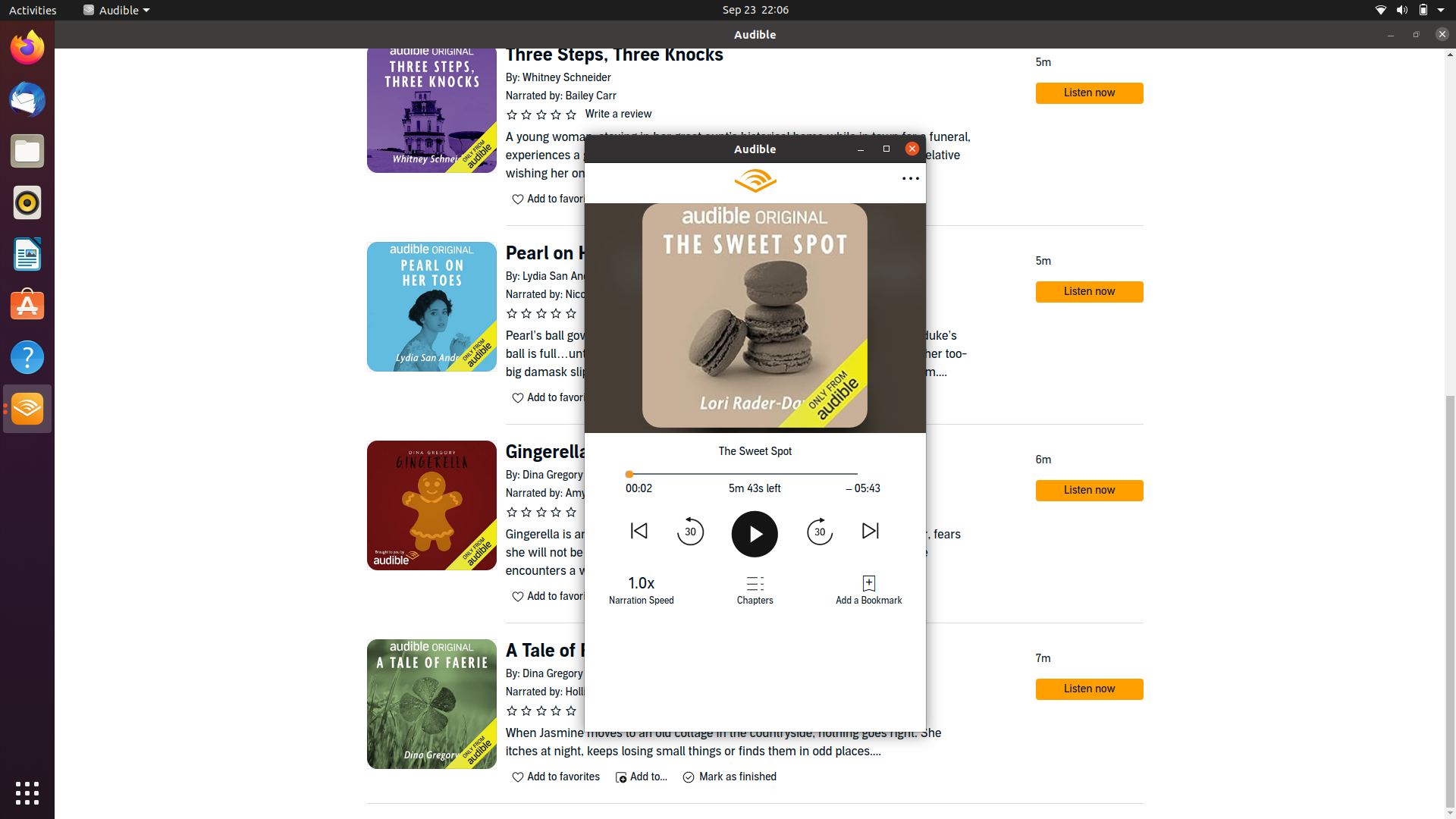 This screenshot has width=1456, height=819. I want to click on Roll back 1 minute (by pressing 30 seconds rewind button two times), so click(691, 529).